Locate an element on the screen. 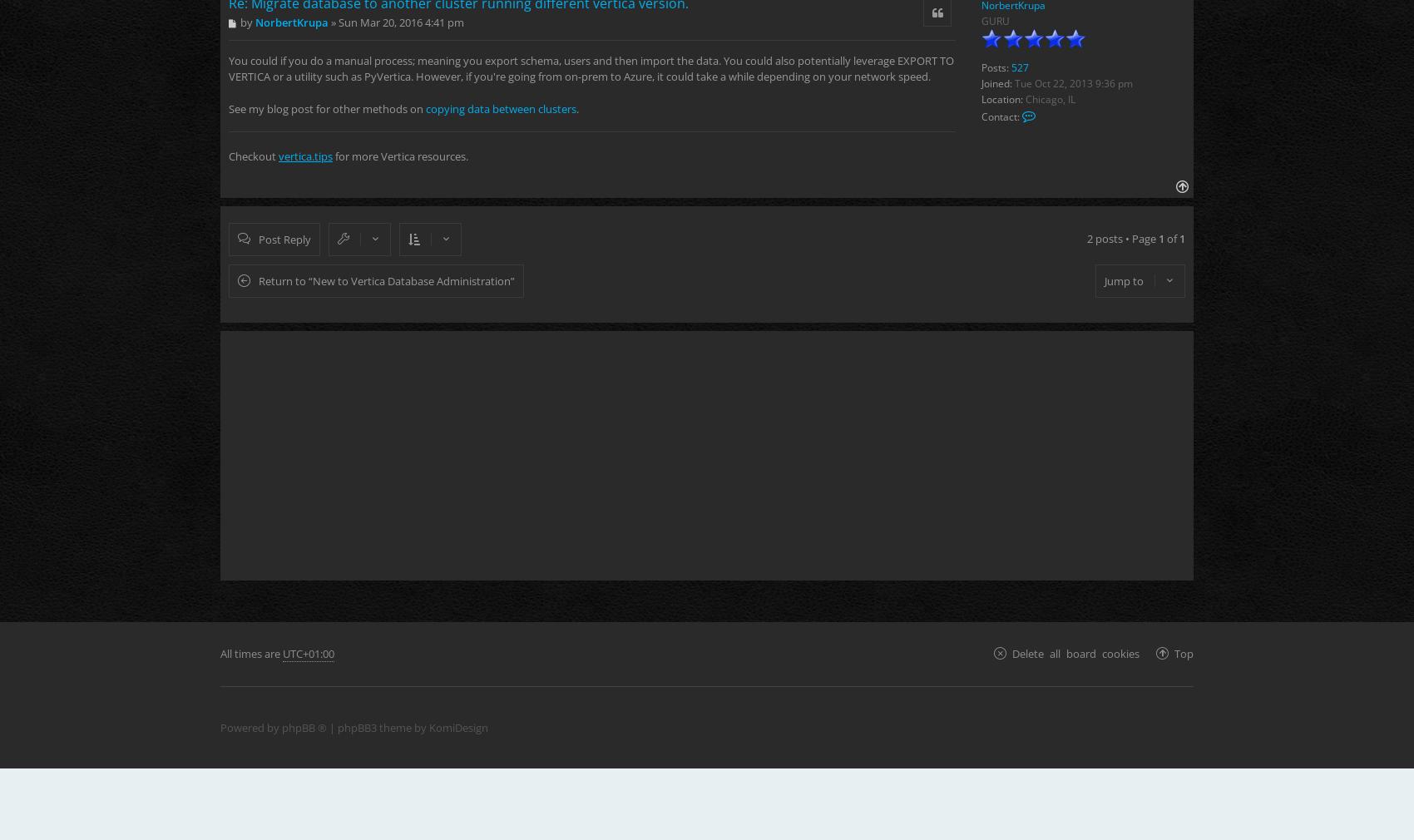 This screenshot has height=840, width=1414. 'by' is located at coordinates (248, 20).